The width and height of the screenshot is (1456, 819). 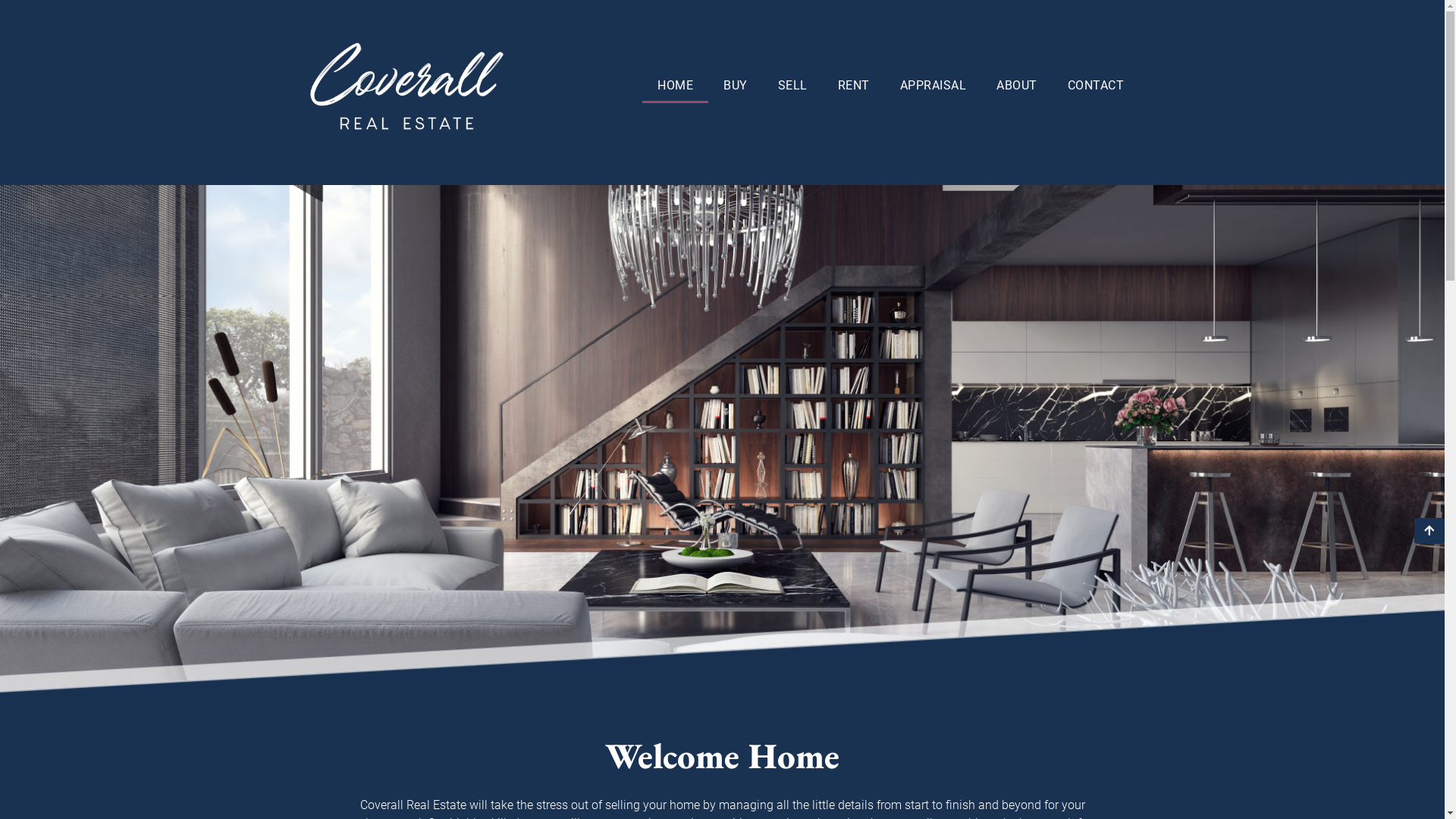 What do you see at coordinates (792, 85) in the screenshot?
I see `'SELL'` at bounding box center [792, 85].